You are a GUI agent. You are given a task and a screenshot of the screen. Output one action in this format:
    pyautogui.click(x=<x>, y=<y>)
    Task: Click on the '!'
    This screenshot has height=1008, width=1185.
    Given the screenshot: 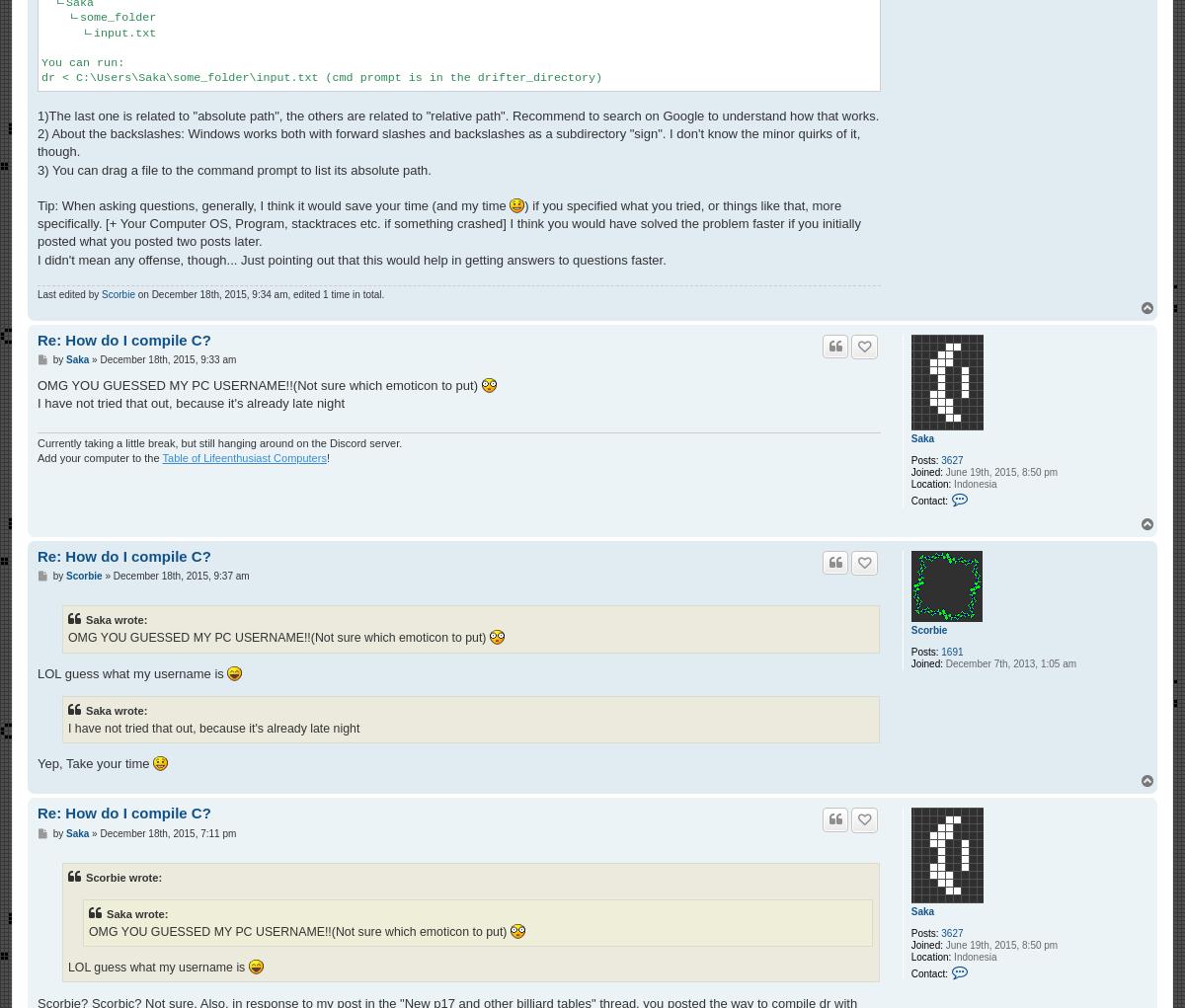 What is the action you would take?
    pyautogui.click(x=327, y=458)
    